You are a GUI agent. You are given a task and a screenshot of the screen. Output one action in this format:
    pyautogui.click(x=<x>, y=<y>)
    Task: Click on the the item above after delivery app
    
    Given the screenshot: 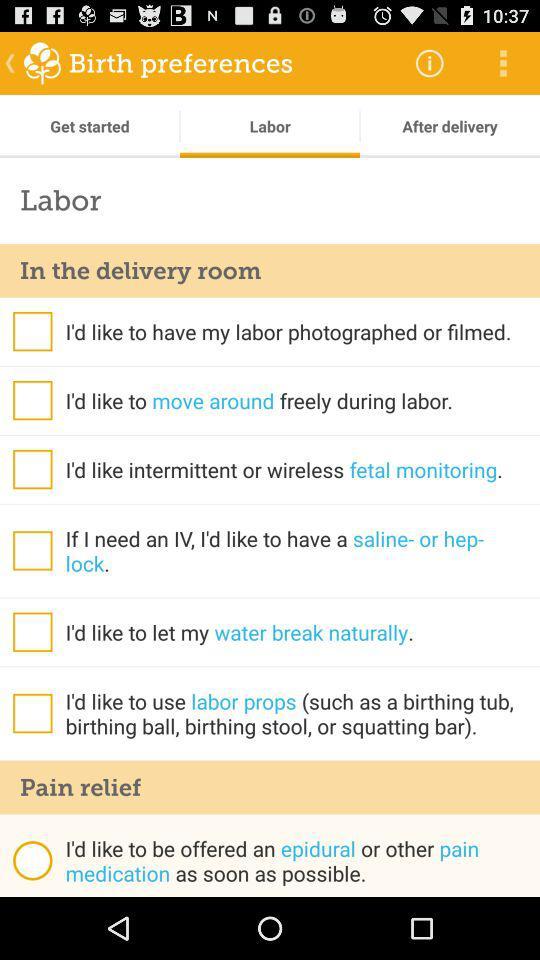 What is the action you would take?
    pyautogui.click(x=502, y=62)
    